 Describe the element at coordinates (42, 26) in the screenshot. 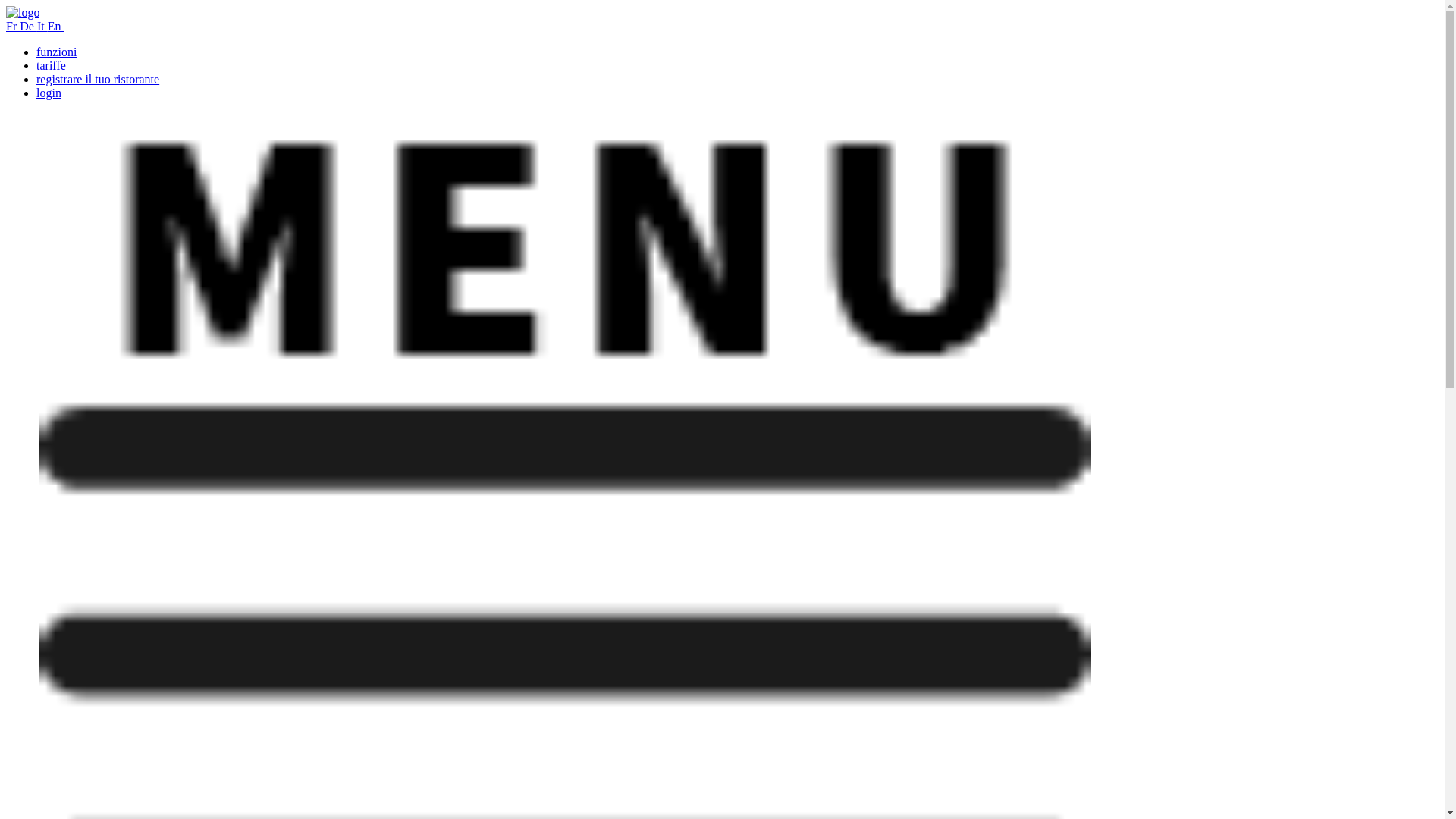

I see `'It'` at that location.